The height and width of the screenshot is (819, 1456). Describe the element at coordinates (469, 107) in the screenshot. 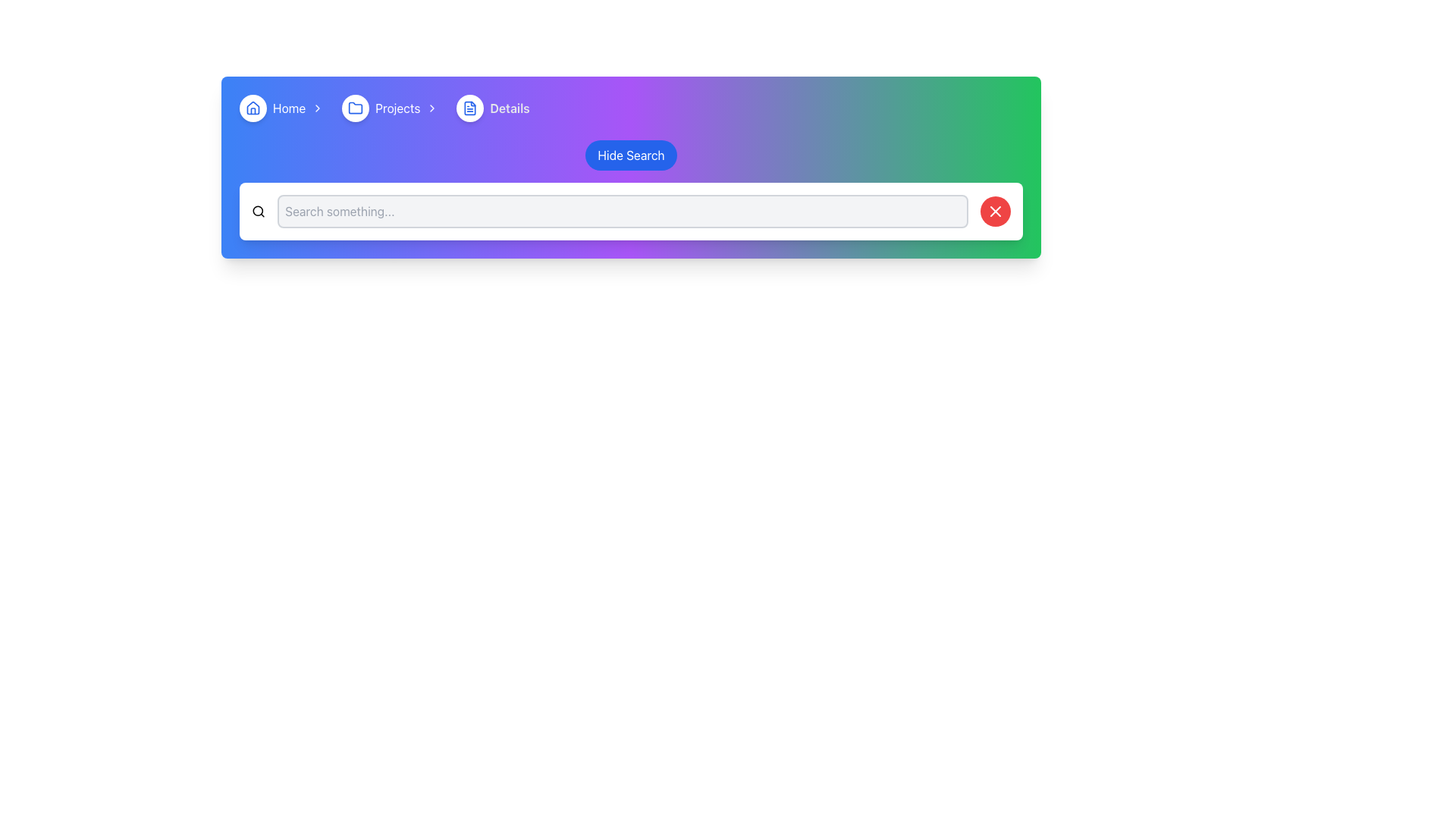

I see `the blue file icon with a circular white background located in the header breadcrumbs bar next to the 'Details' text` at that location.